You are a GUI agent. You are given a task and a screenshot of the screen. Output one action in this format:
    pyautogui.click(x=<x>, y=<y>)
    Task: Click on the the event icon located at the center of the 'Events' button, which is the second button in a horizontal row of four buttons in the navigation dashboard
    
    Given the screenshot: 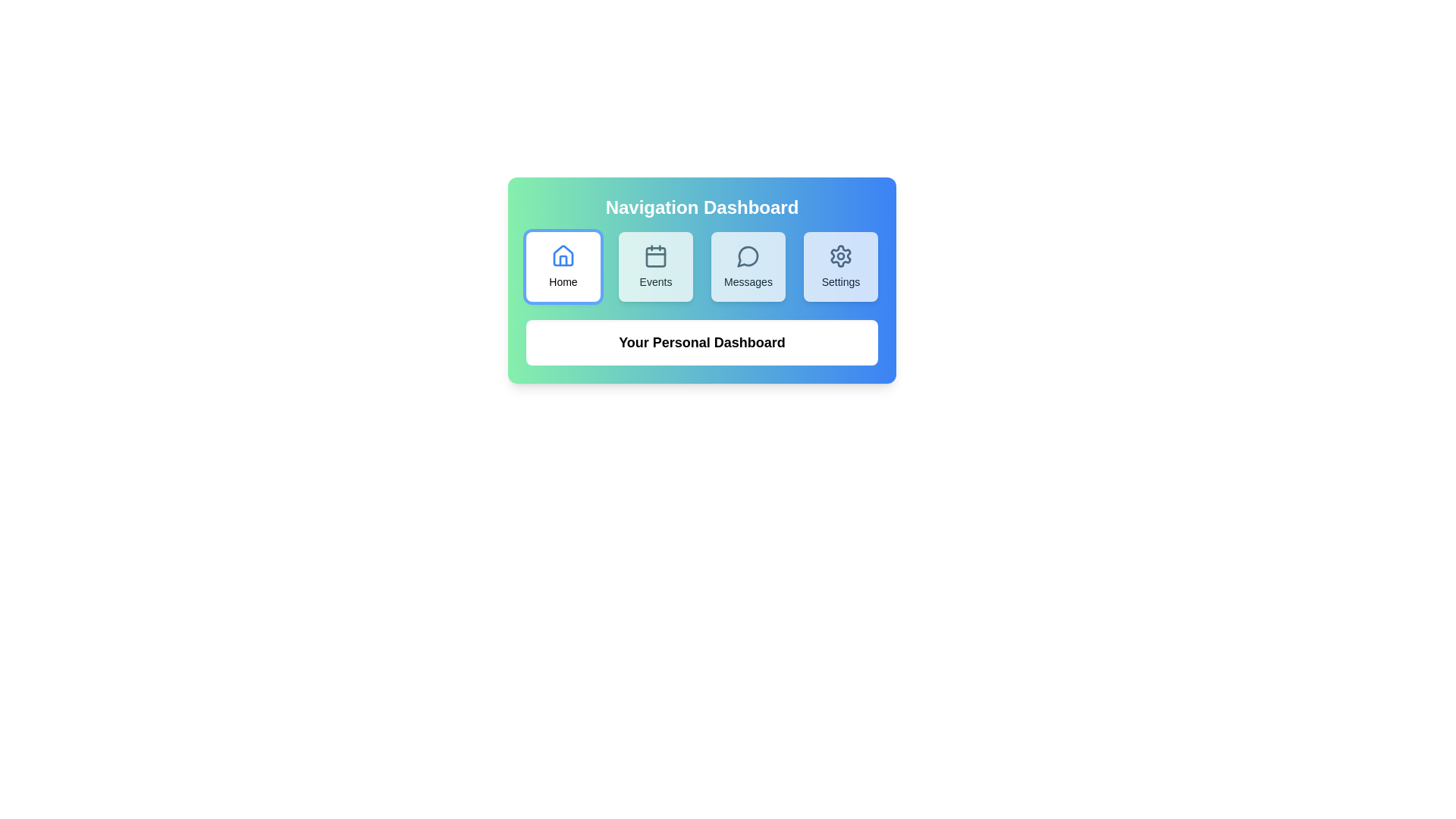 What is the action you would take?
    pyautogui.click(x=655, y=256)
    